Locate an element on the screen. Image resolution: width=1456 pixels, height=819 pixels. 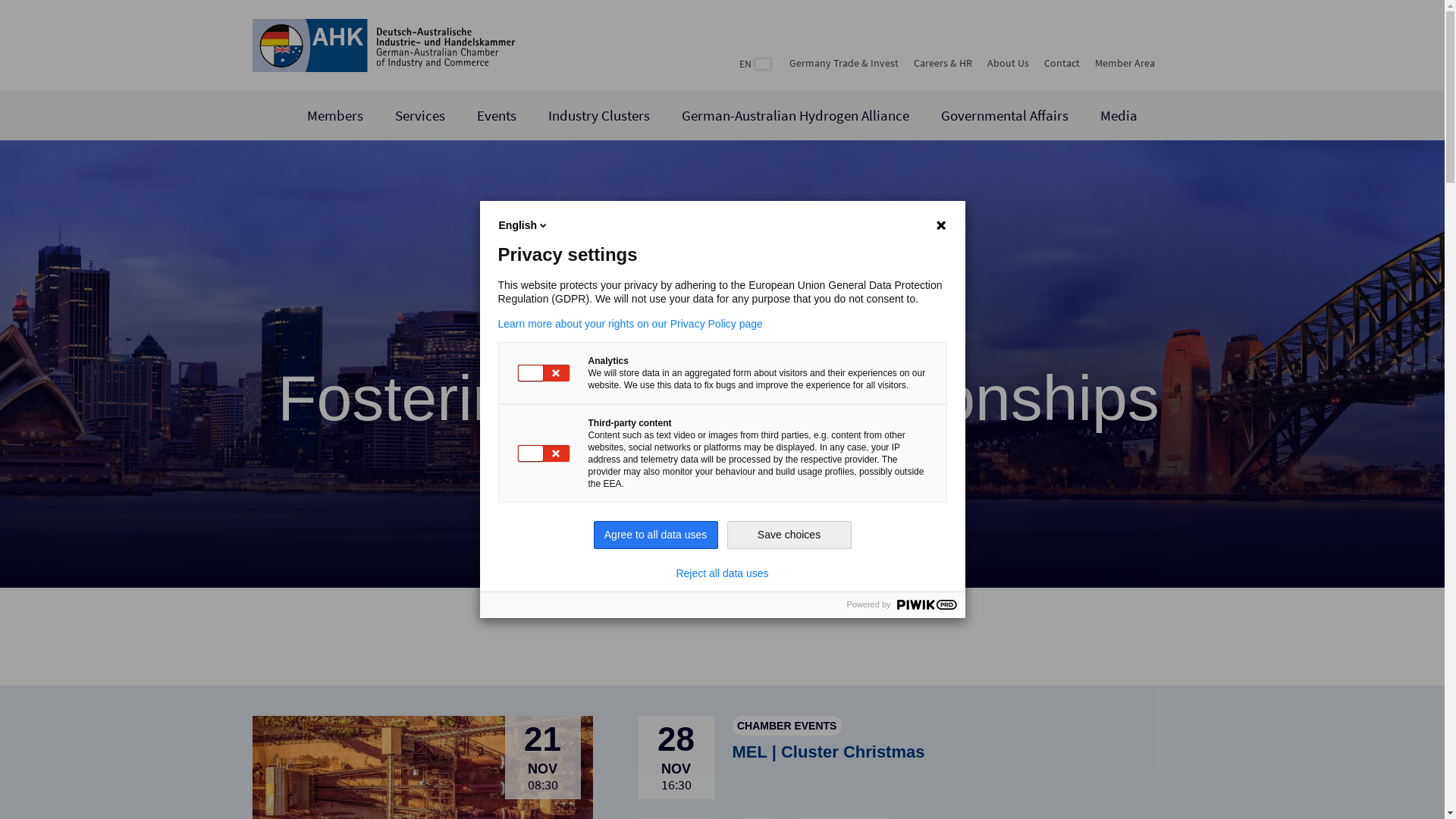
'Reject all data uses' is located at coordinates (720, 573).